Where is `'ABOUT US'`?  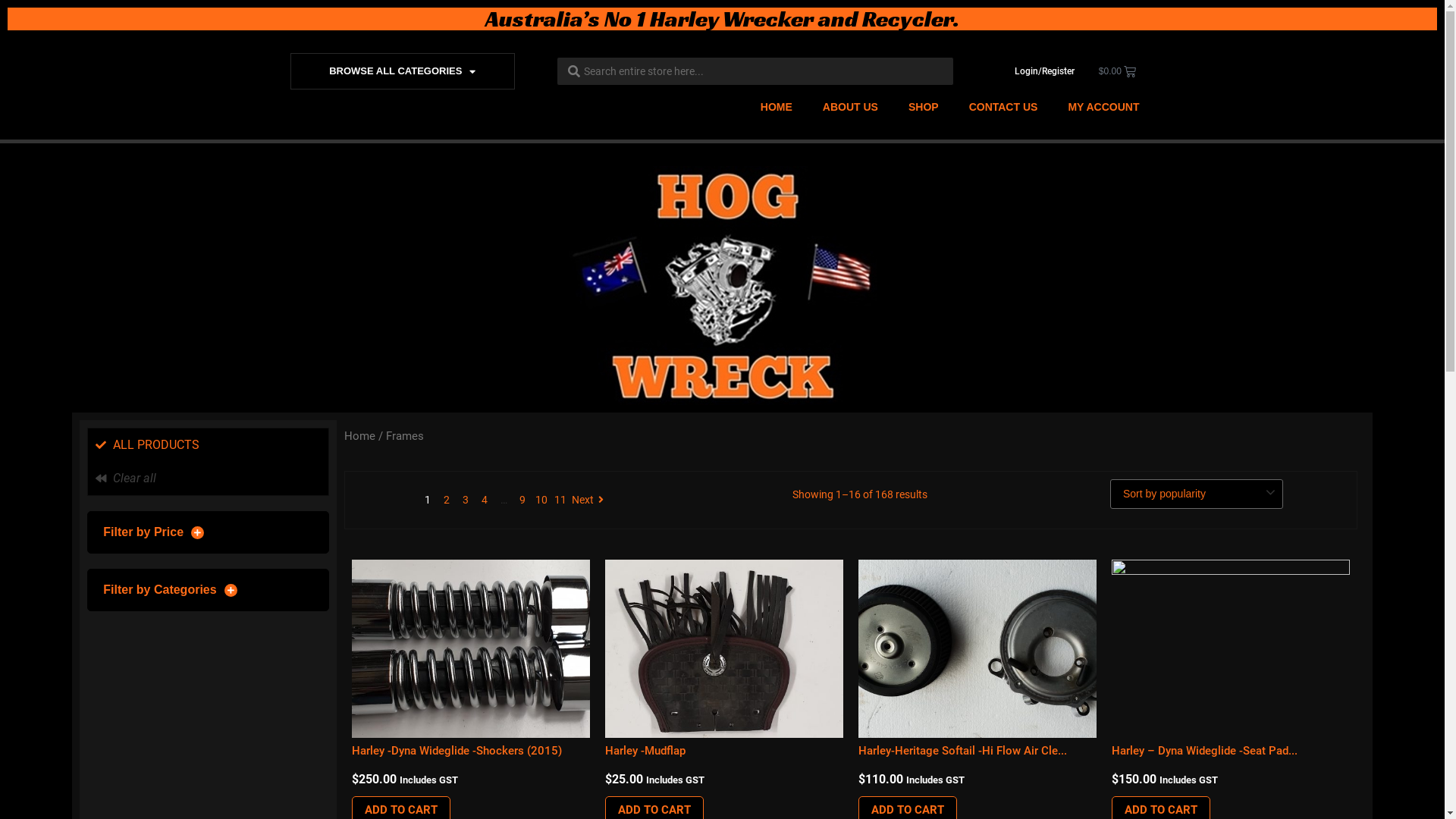 'ABOUT US' is located at coordinates (850, 106).